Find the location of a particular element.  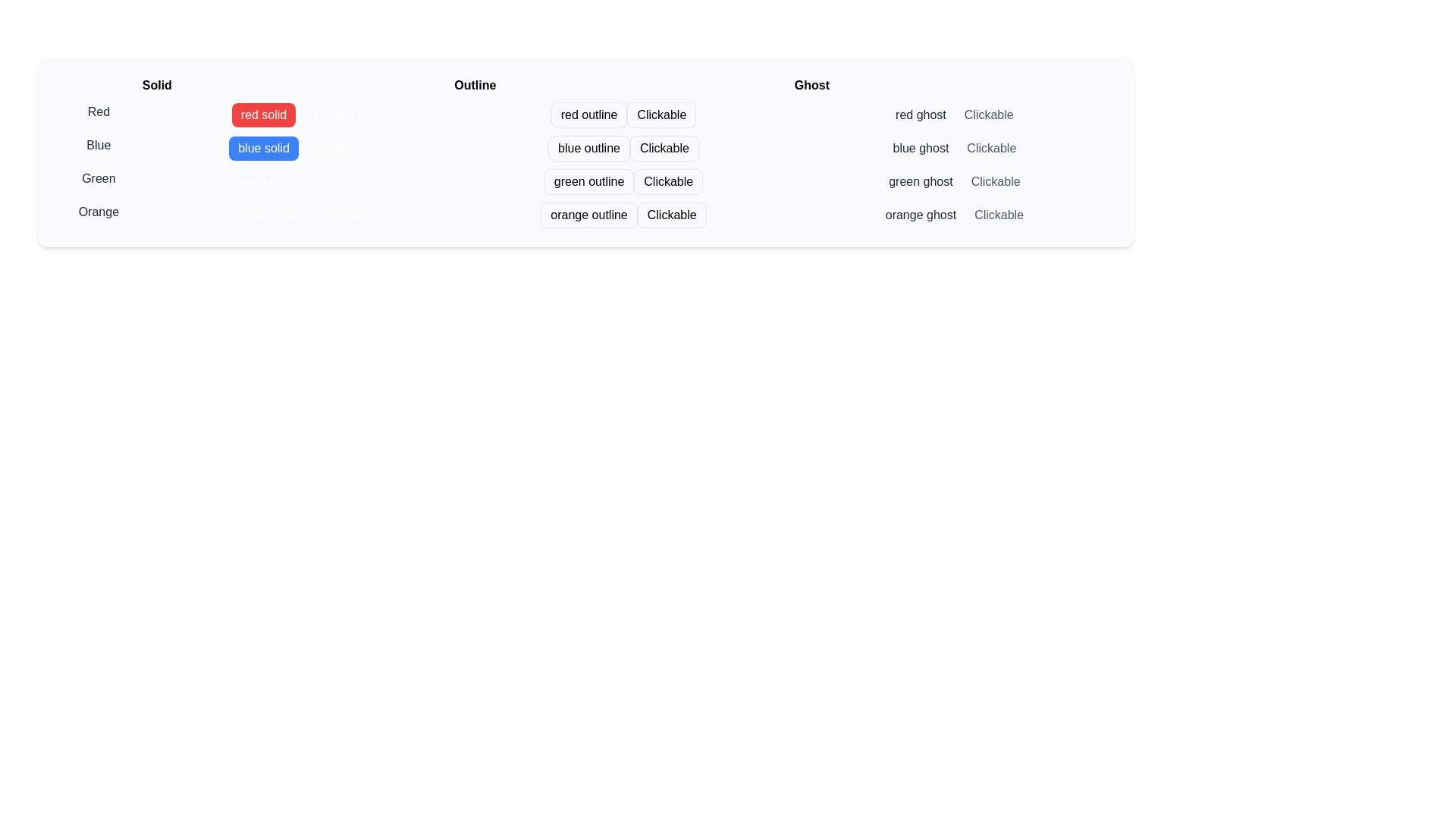

the 'Red Solid' composite label element in the first row of the 'Solid' column is located at coordinates (297, 111).